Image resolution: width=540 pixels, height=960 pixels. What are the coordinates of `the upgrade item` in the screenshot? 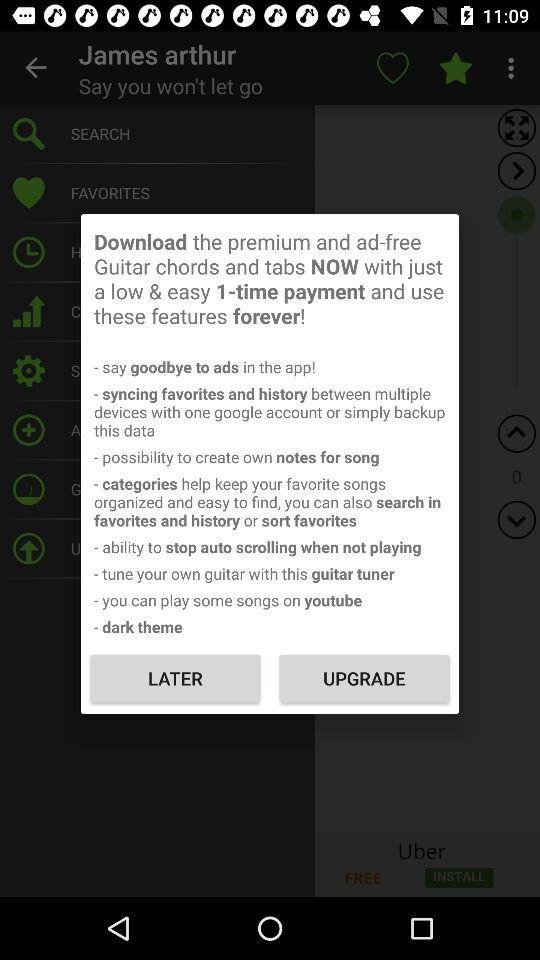 It's located at (363, 678).